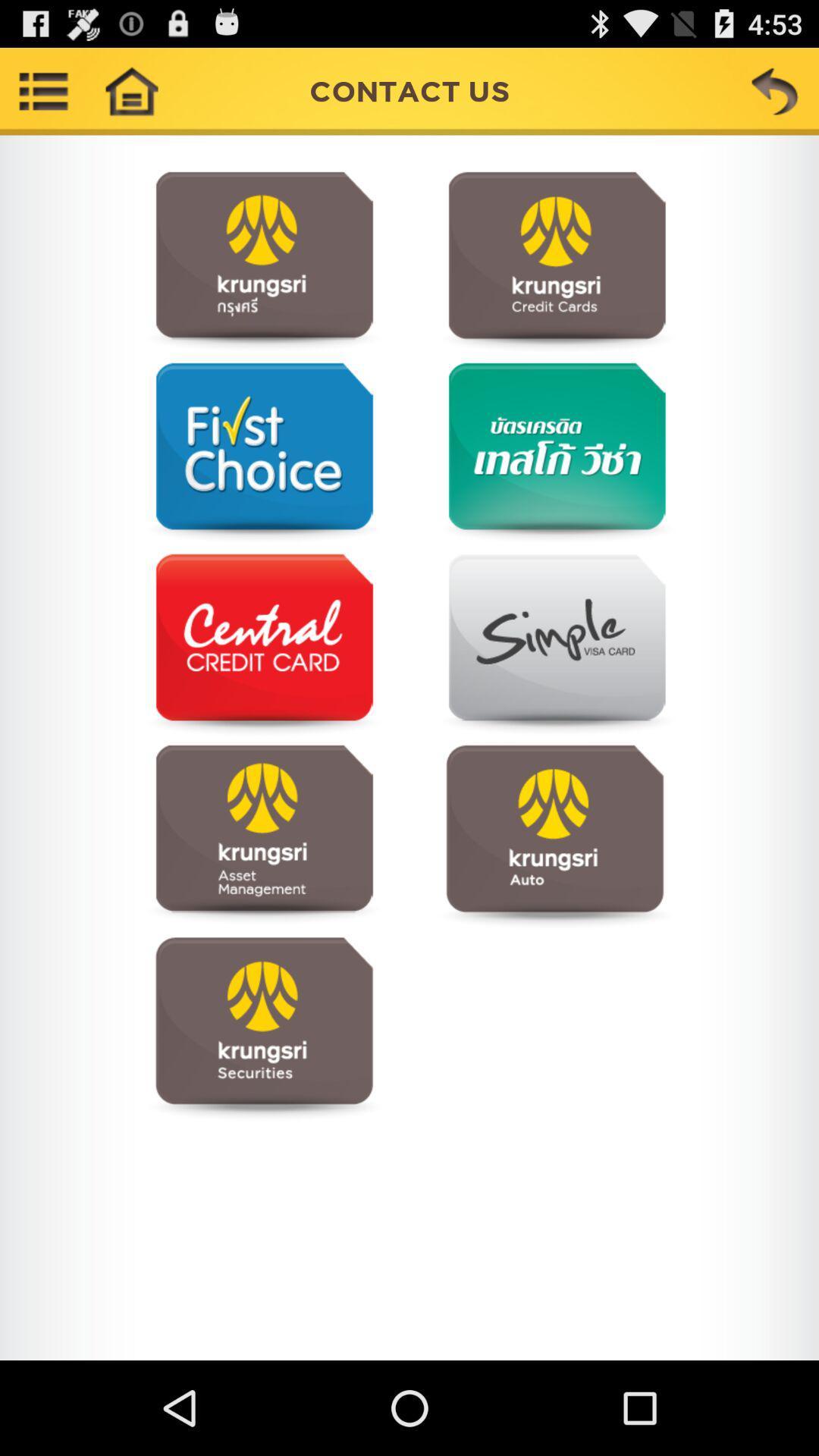  I want to click on this app, so click(554, 453).